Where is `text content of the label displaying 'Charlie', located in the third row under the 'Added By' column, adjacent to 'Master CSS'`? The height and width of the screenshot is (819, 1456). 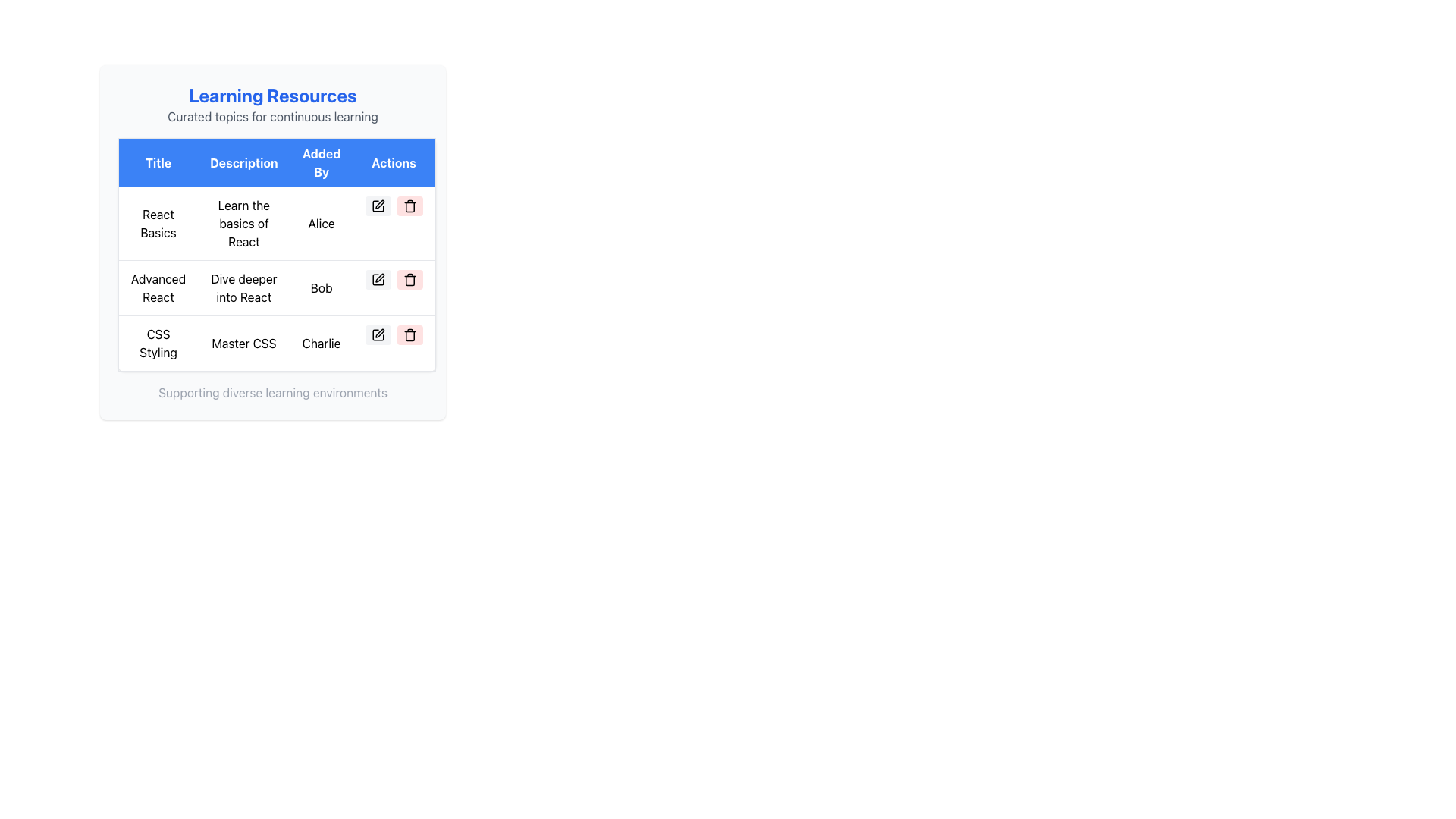
text content of the label displaying 'Charlie', located in the third row under the 'Added By' column, adjacent to 'Master CSS' is located at coordinates (321, 343).